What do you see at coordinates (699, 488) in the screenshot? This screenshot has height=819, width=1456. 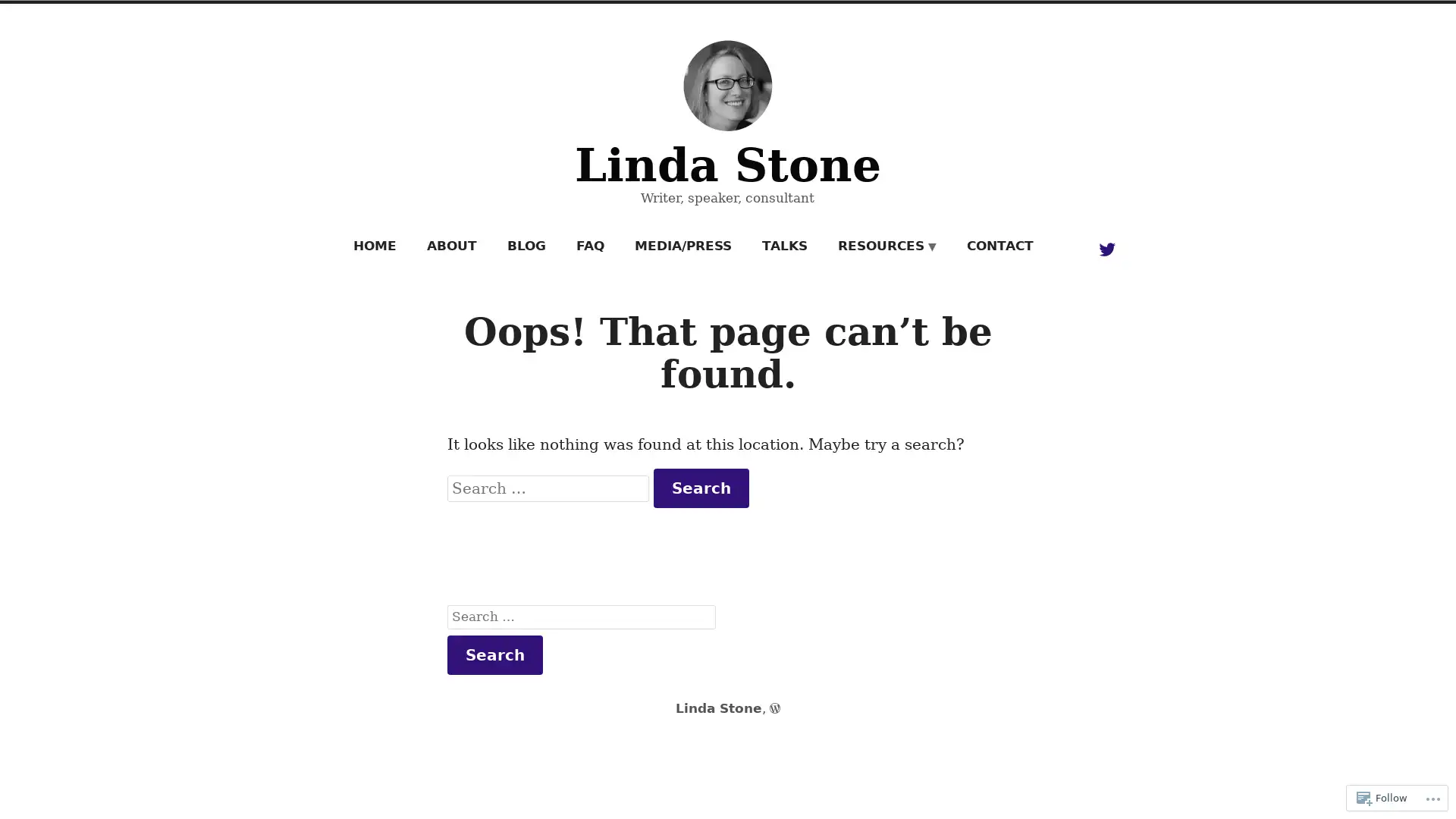 I see `Search` at bounding box center [699, 488].